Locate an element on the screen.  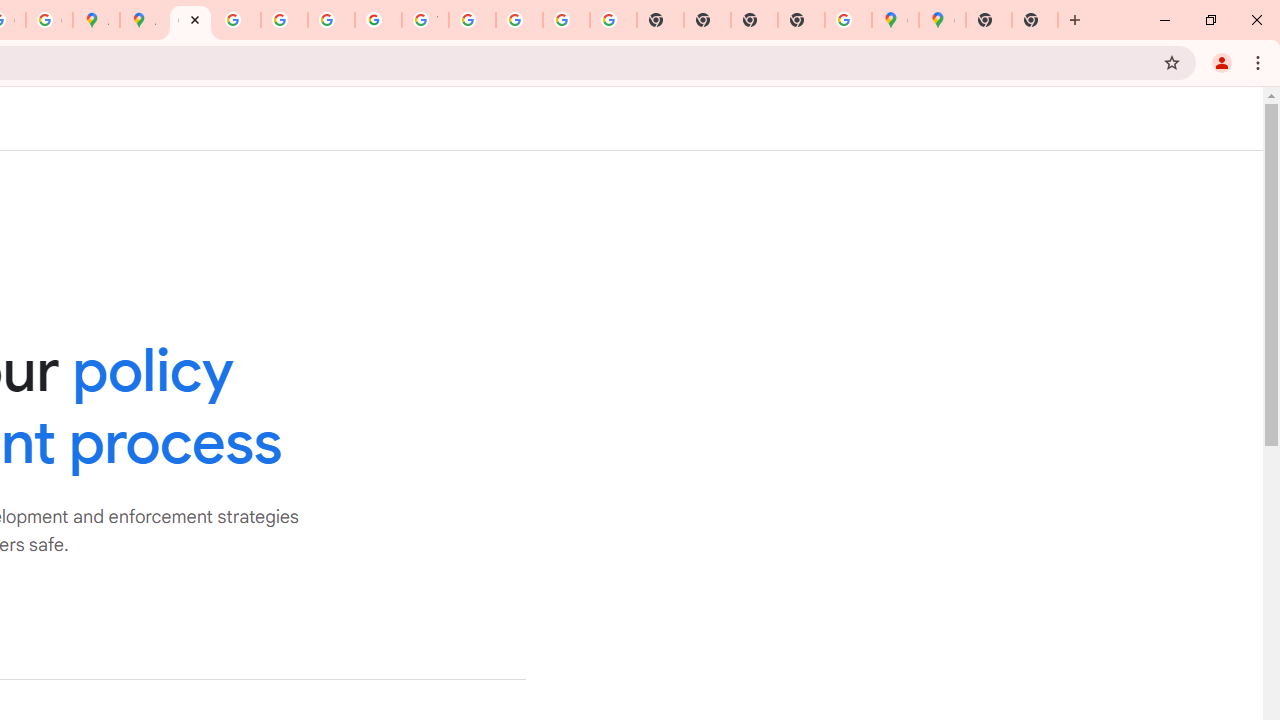
'Google Maps' is located at coordinates (894, 20).